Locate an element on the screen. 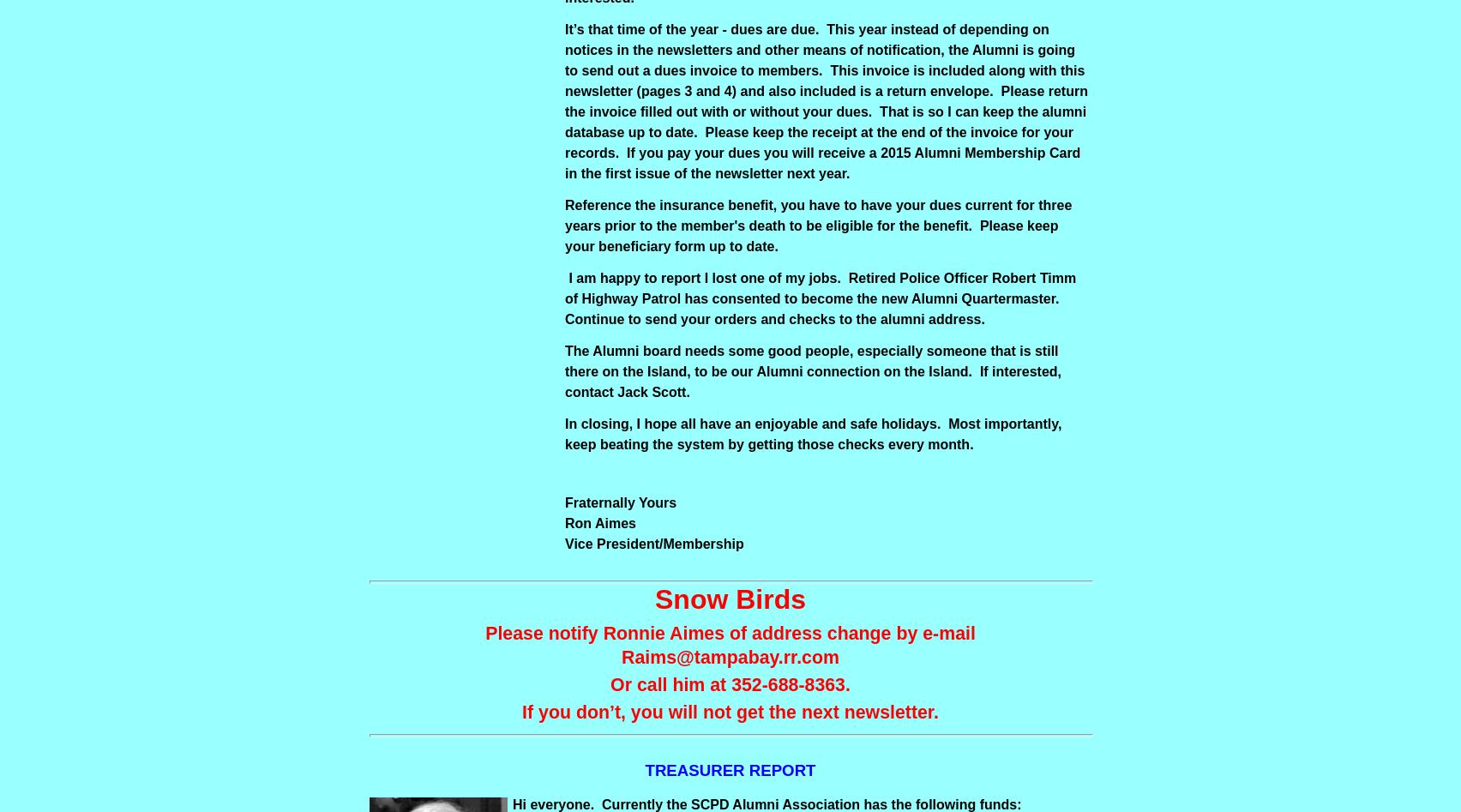 Image resolution: width=1461 pixels, height=812 pixels. 'I
am happy to report I lost one of my jobs.  Retired Police Officer
Robert Timm of Highway Patrol has consented to become the new Alumni
Quartermaster.  Continue to send your orders and checks to the
alumni' is located at coordinates (820, 298).